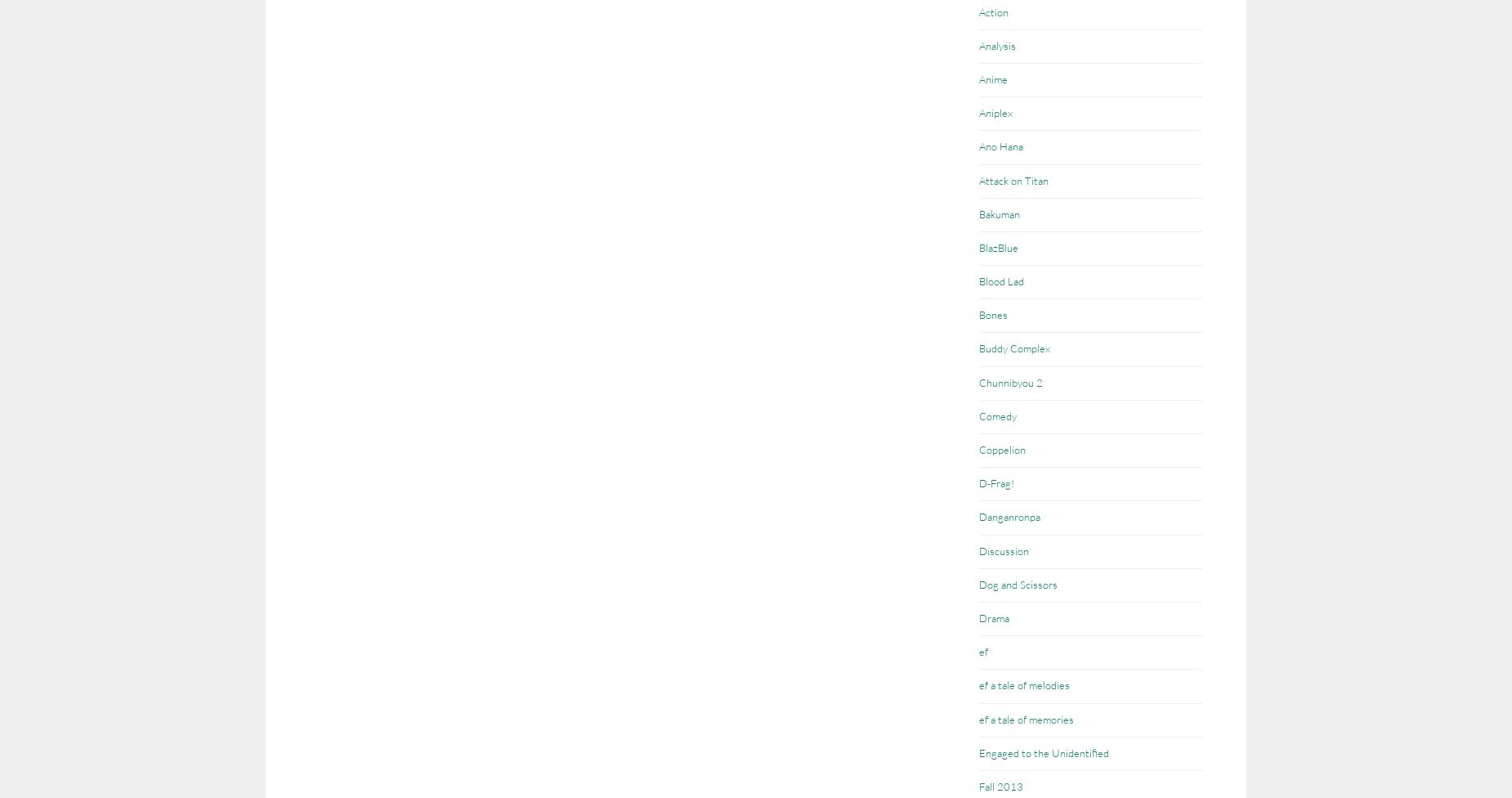 The height and width of the screenshot is (798, 1512). Describe the element at coordinates (1003, 549) in the screenshot. I see `'Discussion'` at that location.